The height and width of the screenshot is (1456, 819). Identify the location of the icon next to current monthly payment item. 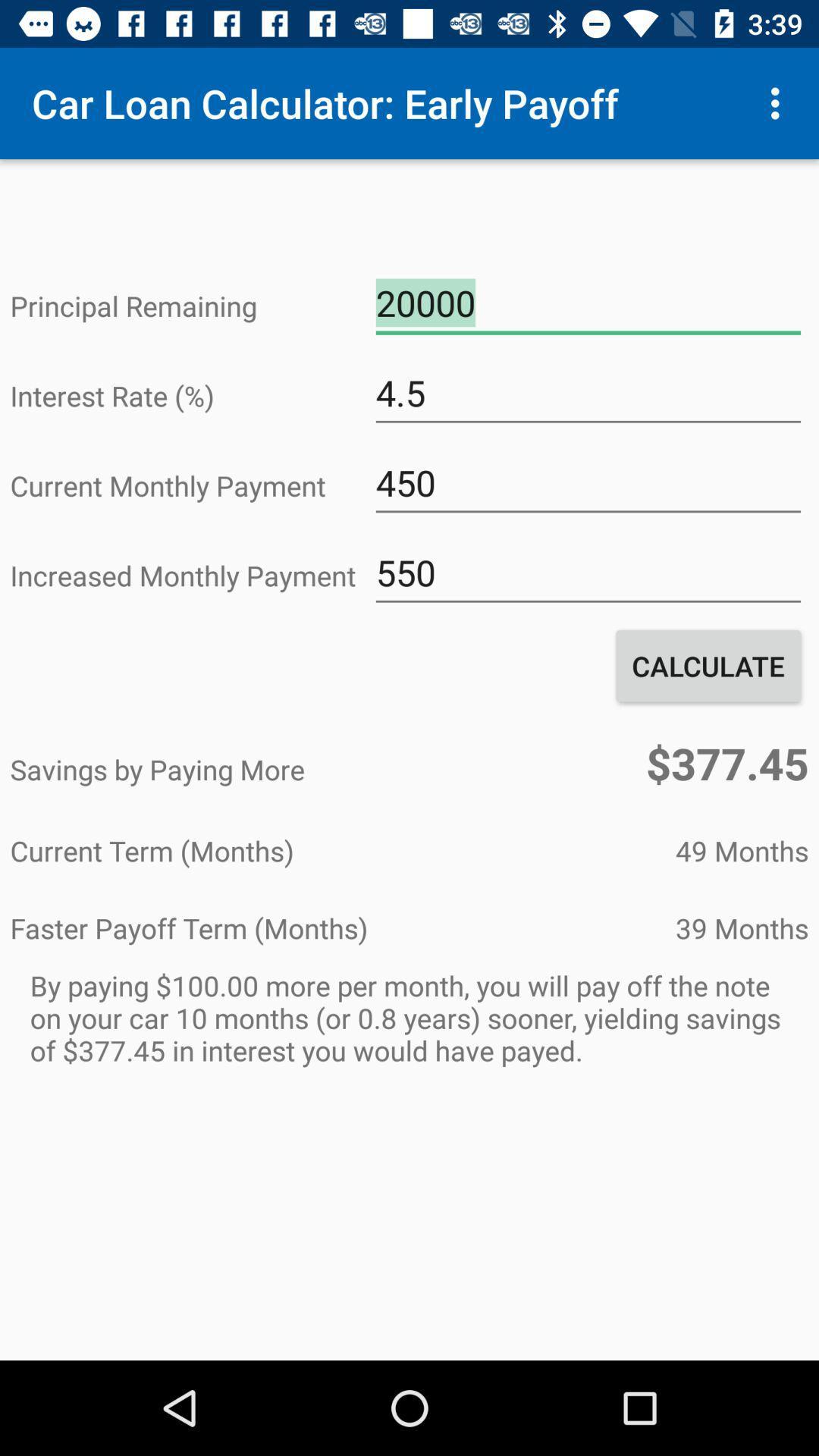
(587, 482).